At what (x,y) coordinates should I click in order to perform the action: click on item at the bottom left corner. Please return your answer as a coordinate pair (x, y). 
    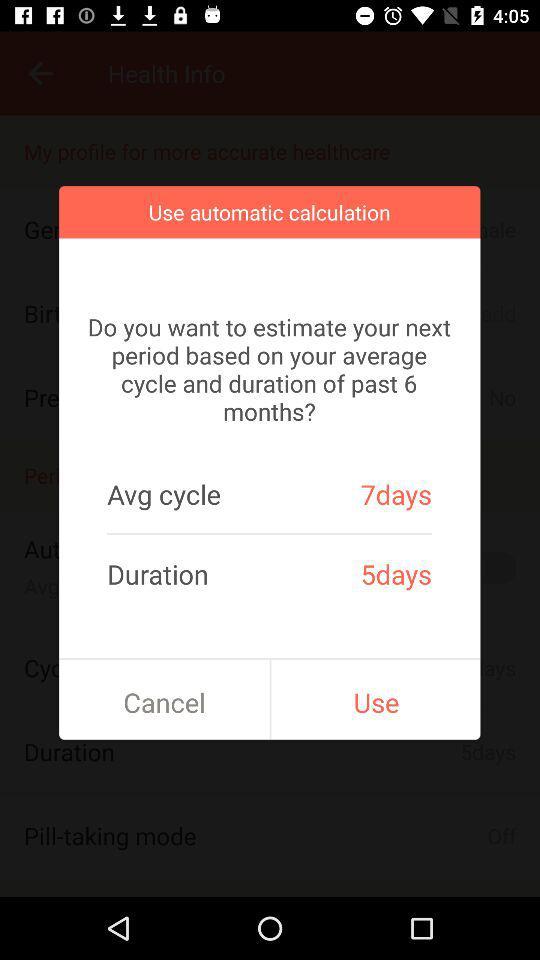
    Looking at the image, I should click on (163, 702).